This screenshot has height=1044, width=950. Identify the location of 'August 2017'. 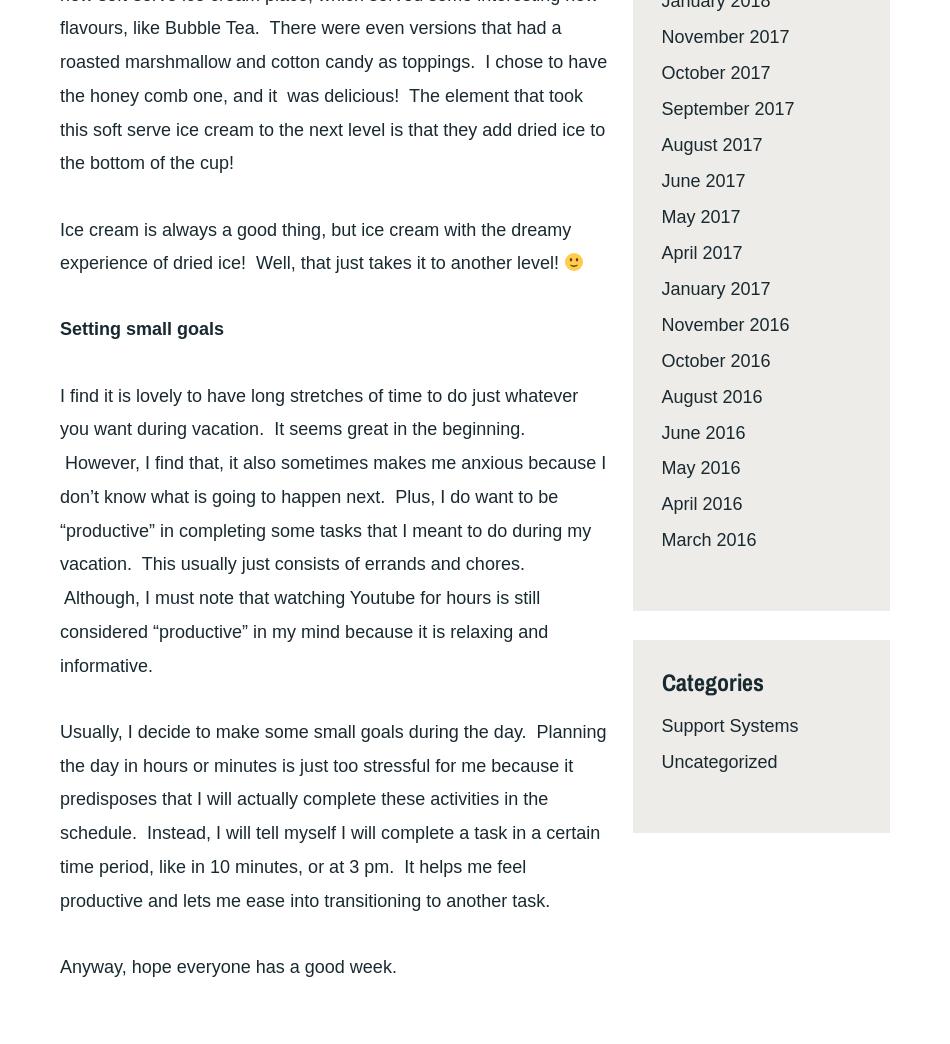
(661, 142).